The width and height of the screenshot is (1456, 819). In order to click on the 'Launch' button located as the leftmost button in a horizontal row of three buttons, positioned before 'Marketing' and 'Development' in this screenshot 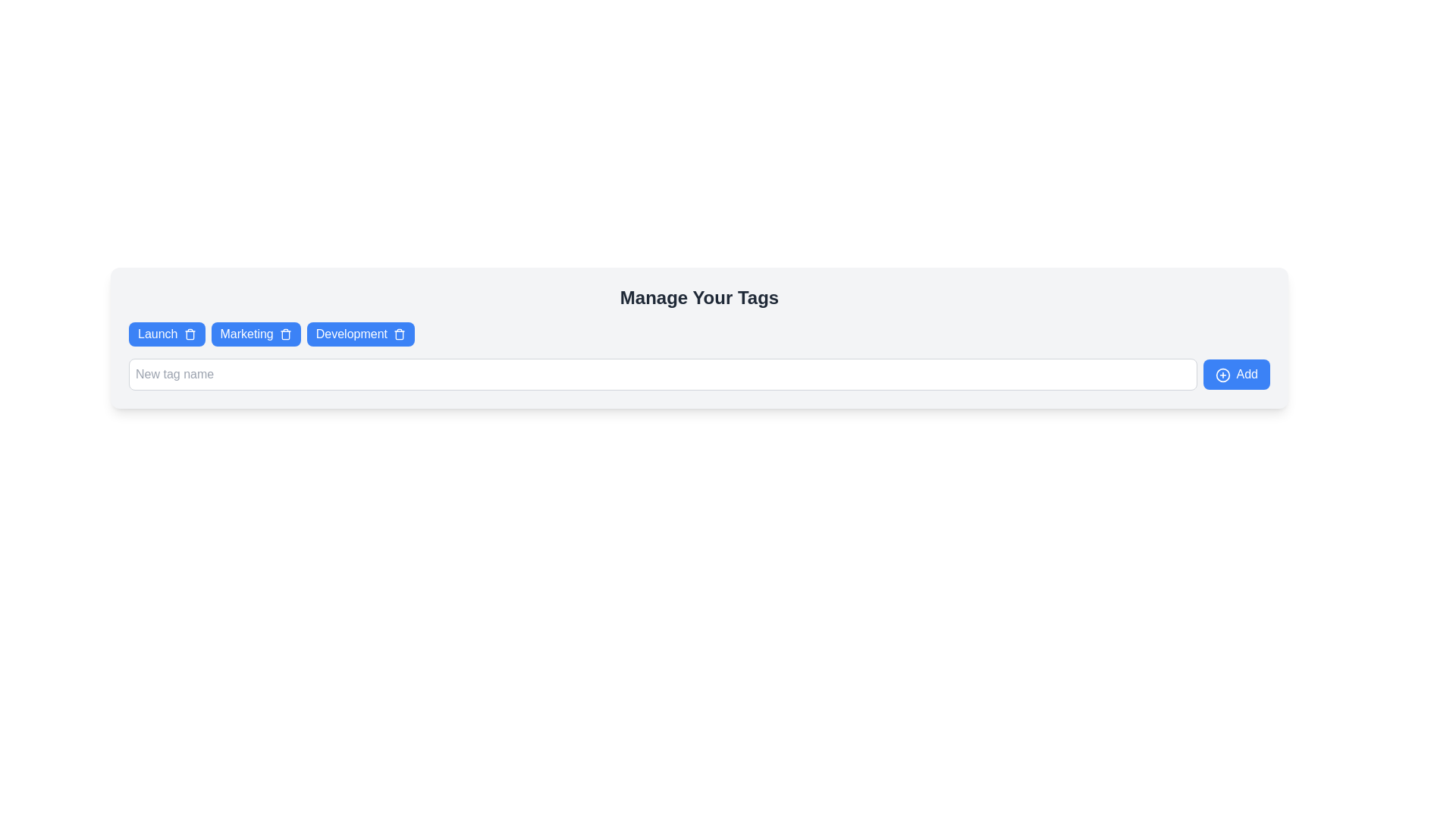, I will do `click(167, 333)`.